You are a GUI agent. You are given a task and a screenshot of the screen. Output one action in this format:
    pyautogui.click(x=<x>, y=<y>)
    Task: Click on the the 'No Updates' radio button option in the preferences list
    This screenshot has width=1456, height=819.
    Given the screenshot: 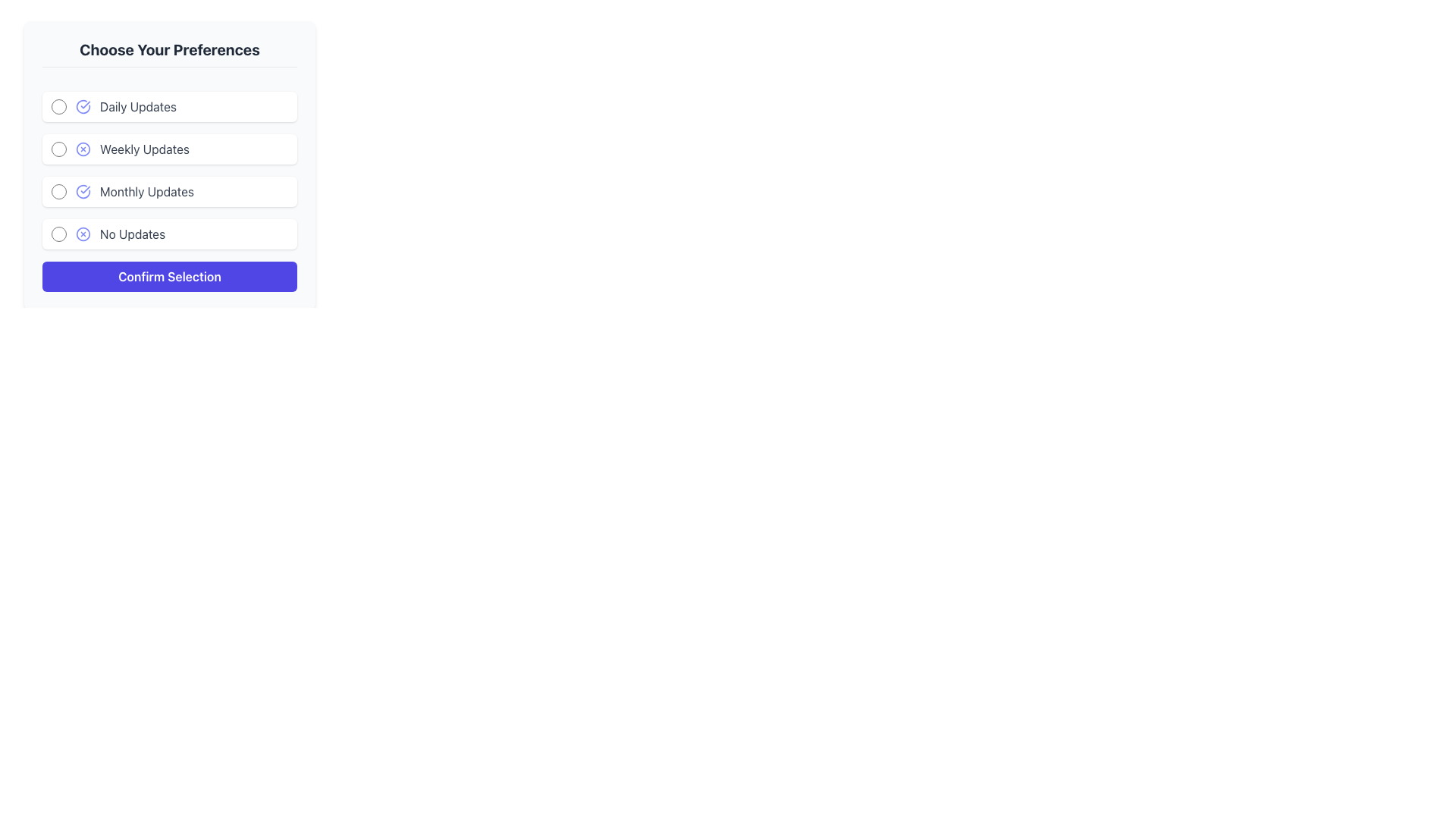 What is the action you would take?
    pyautogui.click(x=170, y=234)
    